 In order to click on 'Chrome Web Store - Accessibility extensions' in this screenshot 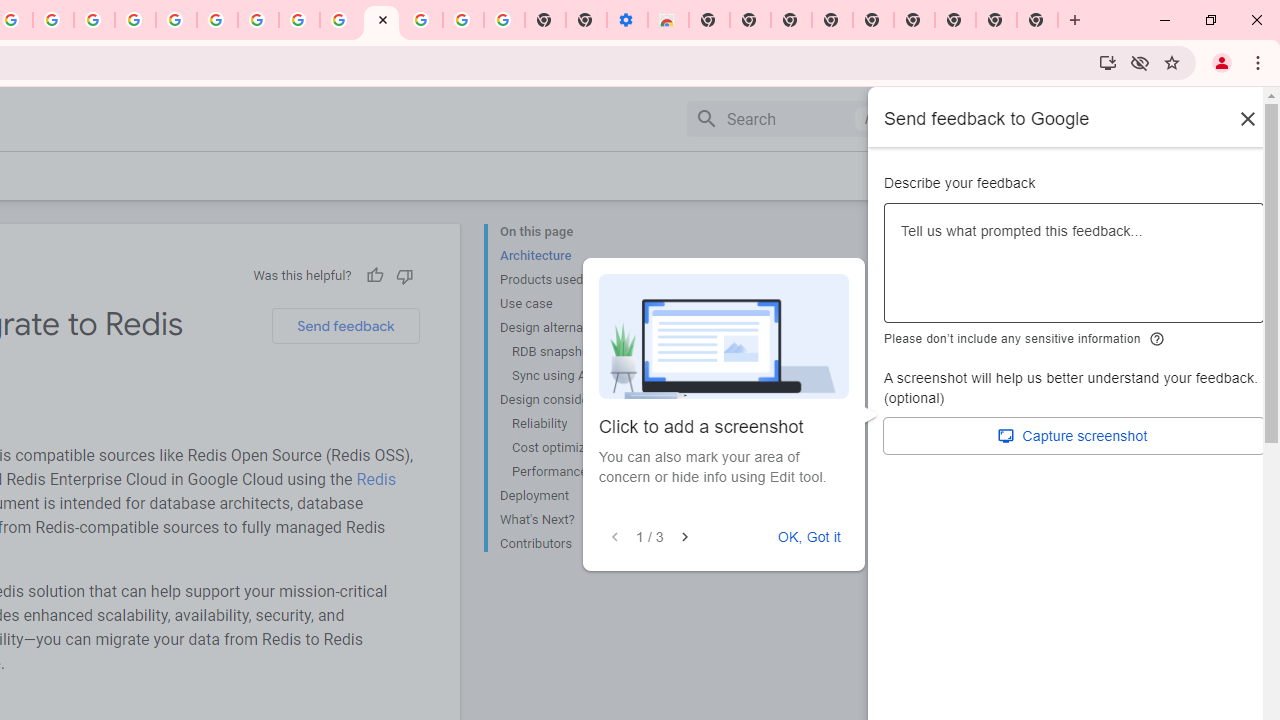, I will do `click(668, 20)`.